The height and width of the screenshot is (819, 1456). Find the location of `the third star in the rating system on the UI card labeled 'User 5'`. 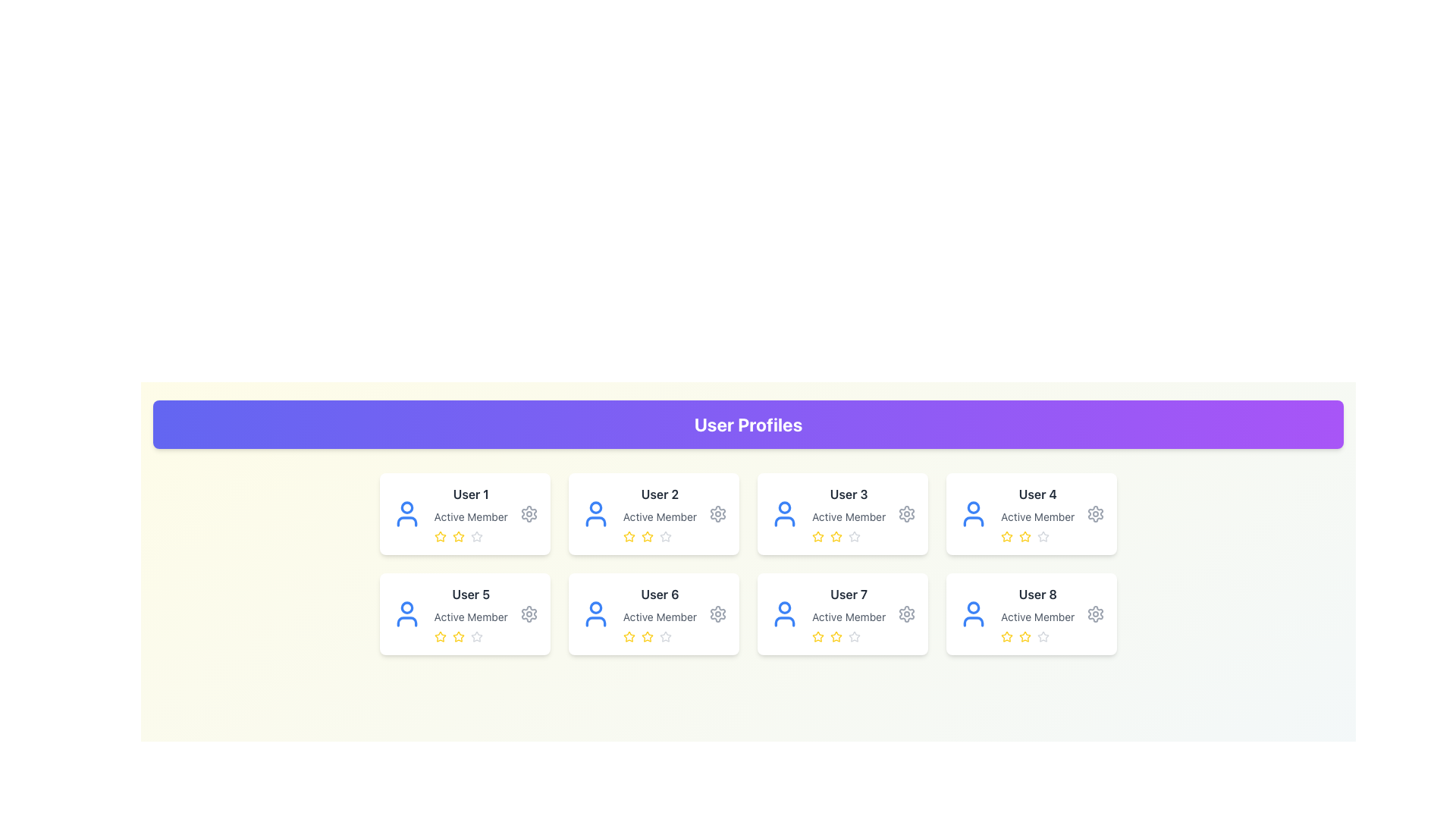

the third star in the rating system on the UI card labeled 'User 5' is located at coordinates (457, 637).